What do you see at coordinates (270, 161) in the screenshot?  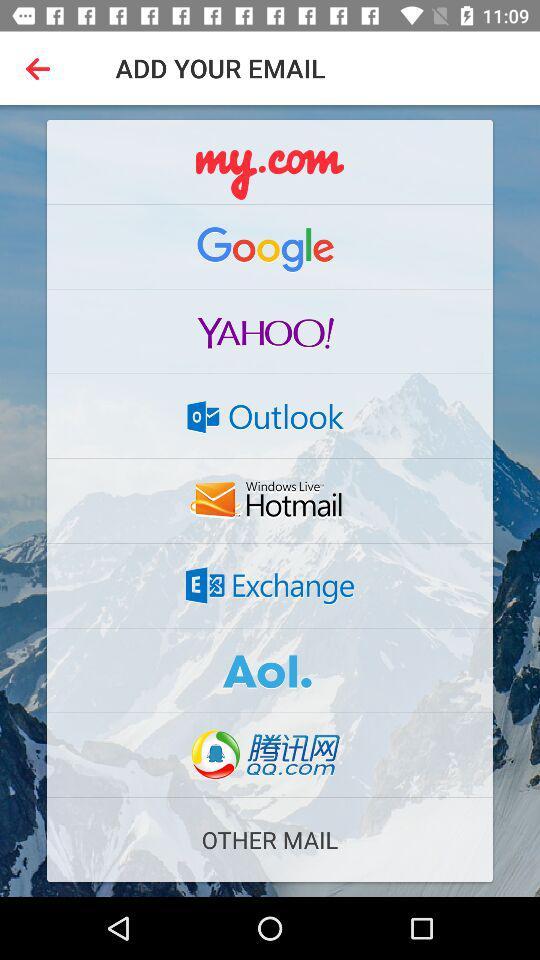 I see `use my.com email` at bounding box center [270, 161].